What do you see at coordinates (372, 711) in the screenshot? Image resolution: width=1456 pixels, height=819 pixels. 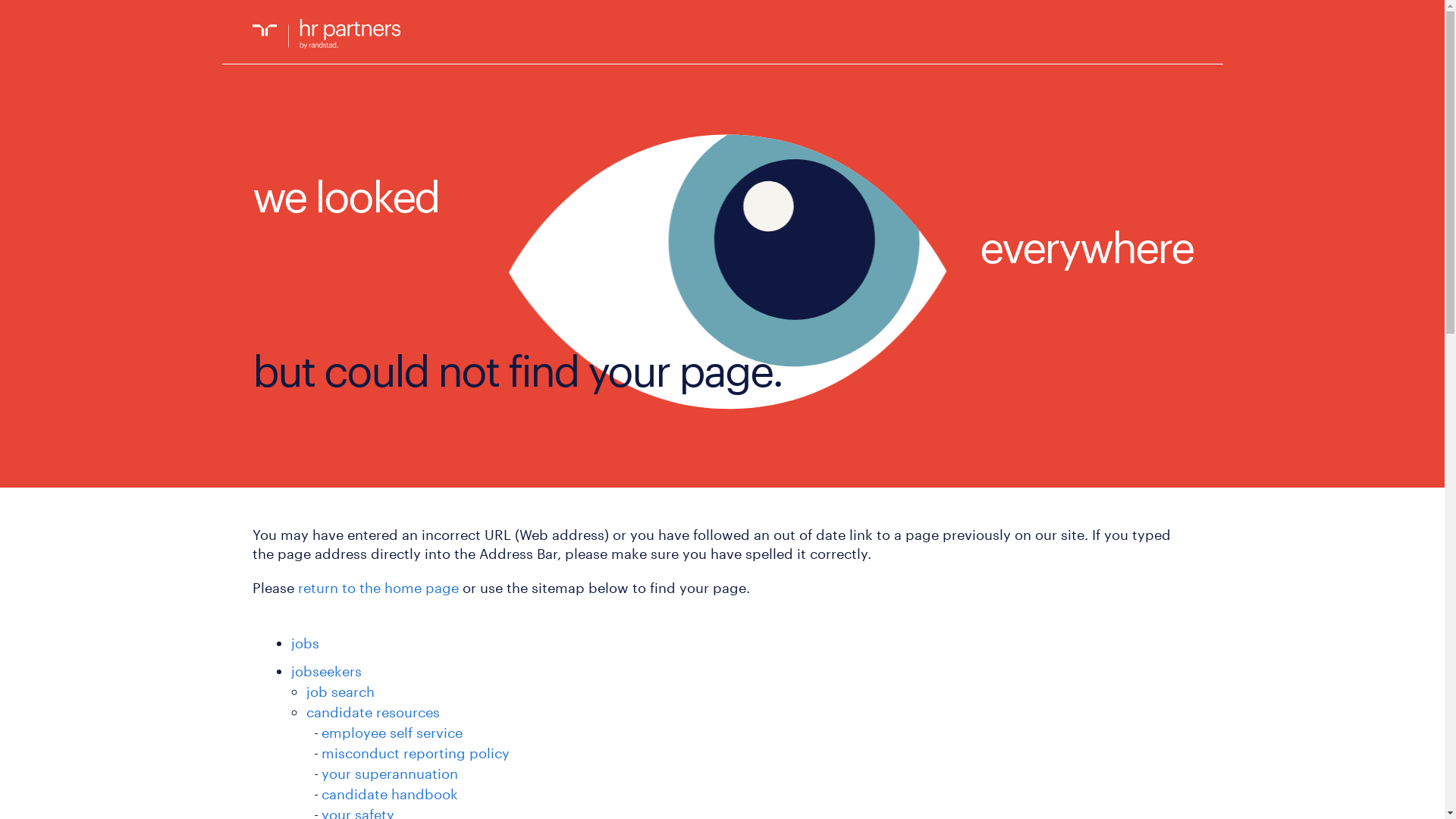 I see `'candidate resources'` at bounding box center [372, 711].